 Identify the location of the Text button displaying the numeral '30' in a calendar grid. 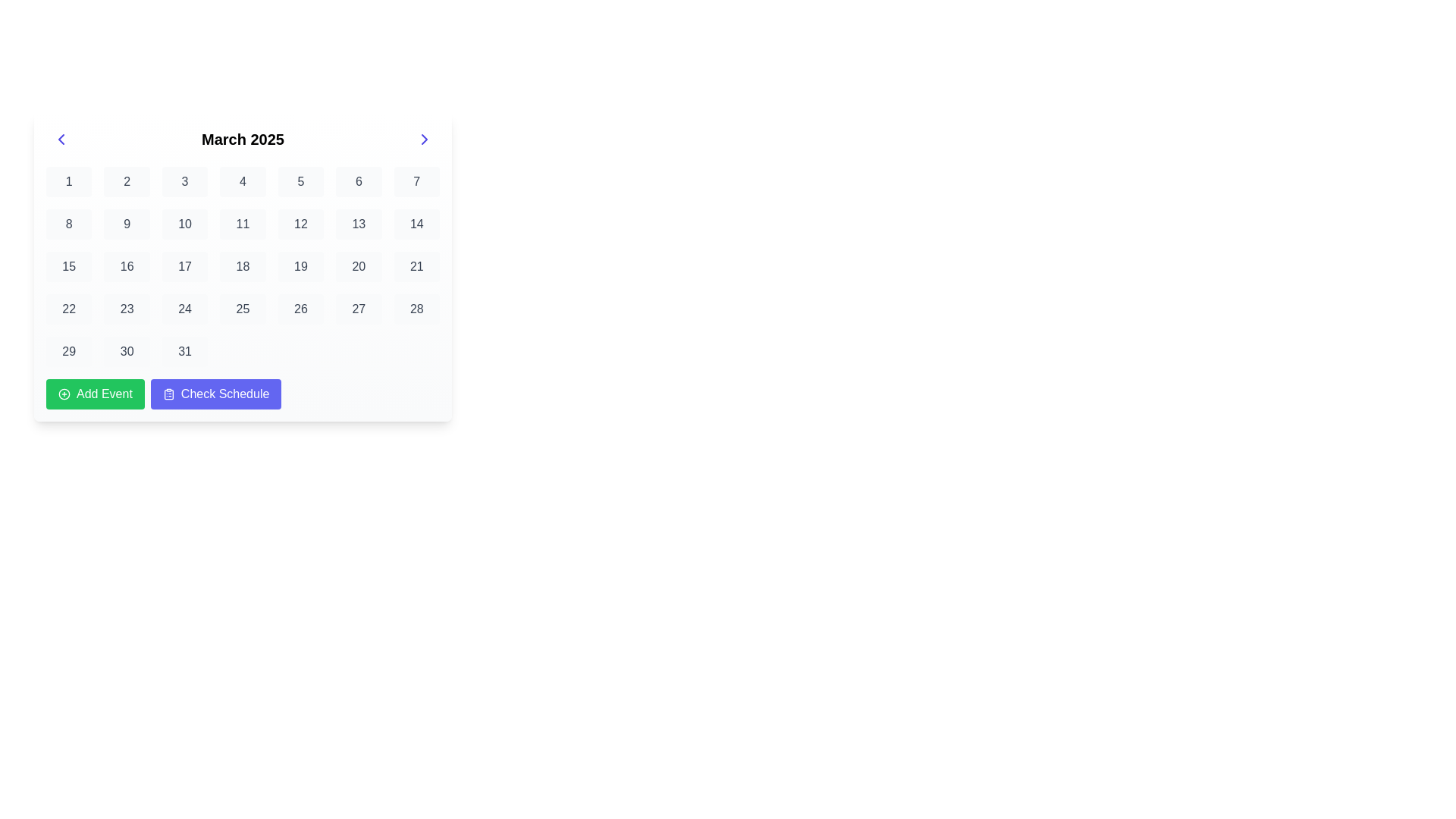
(127, 351).